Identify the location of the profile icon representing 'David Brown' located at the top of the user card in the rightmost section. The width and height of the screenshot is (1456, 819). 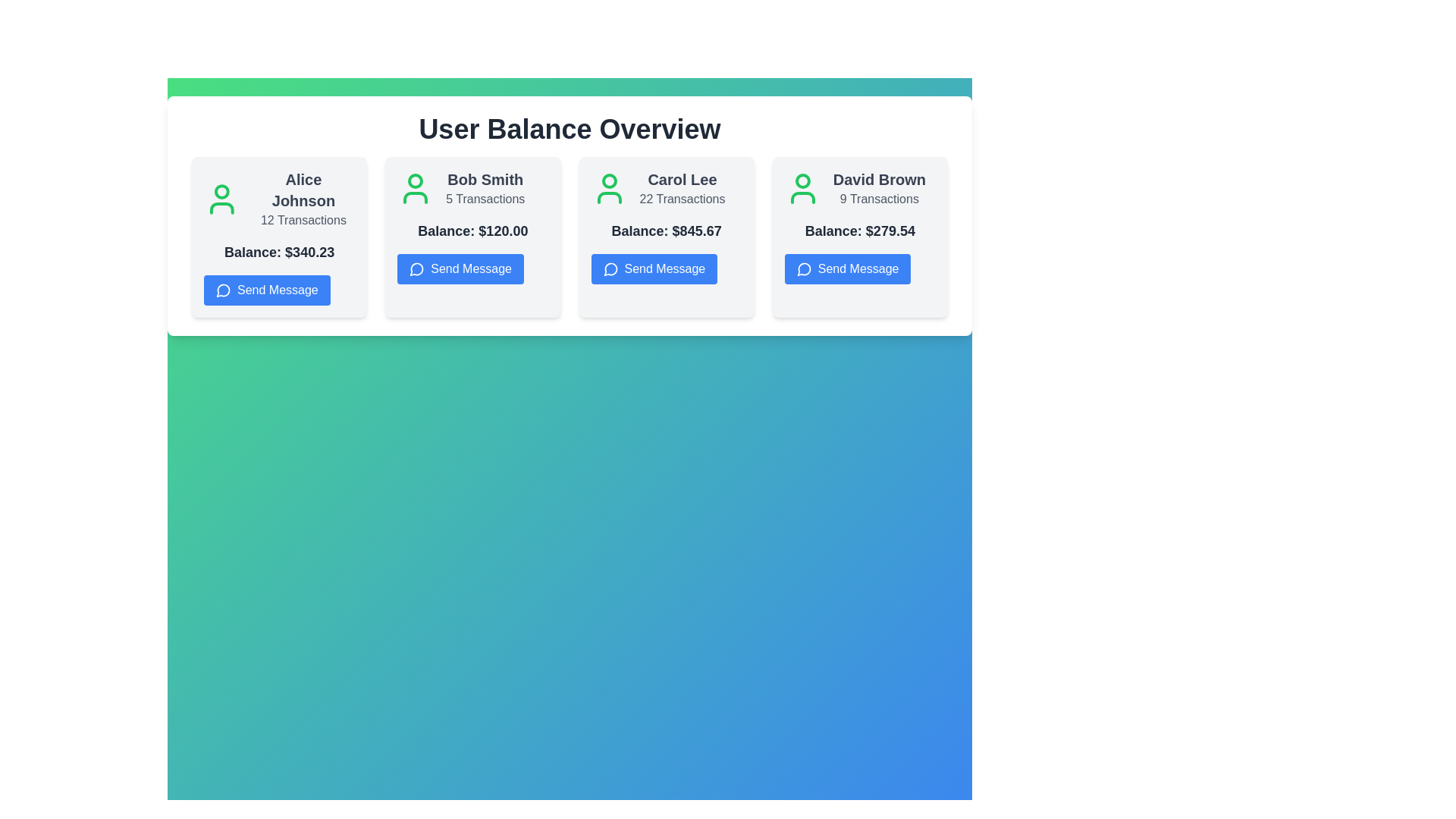
(802, 180).